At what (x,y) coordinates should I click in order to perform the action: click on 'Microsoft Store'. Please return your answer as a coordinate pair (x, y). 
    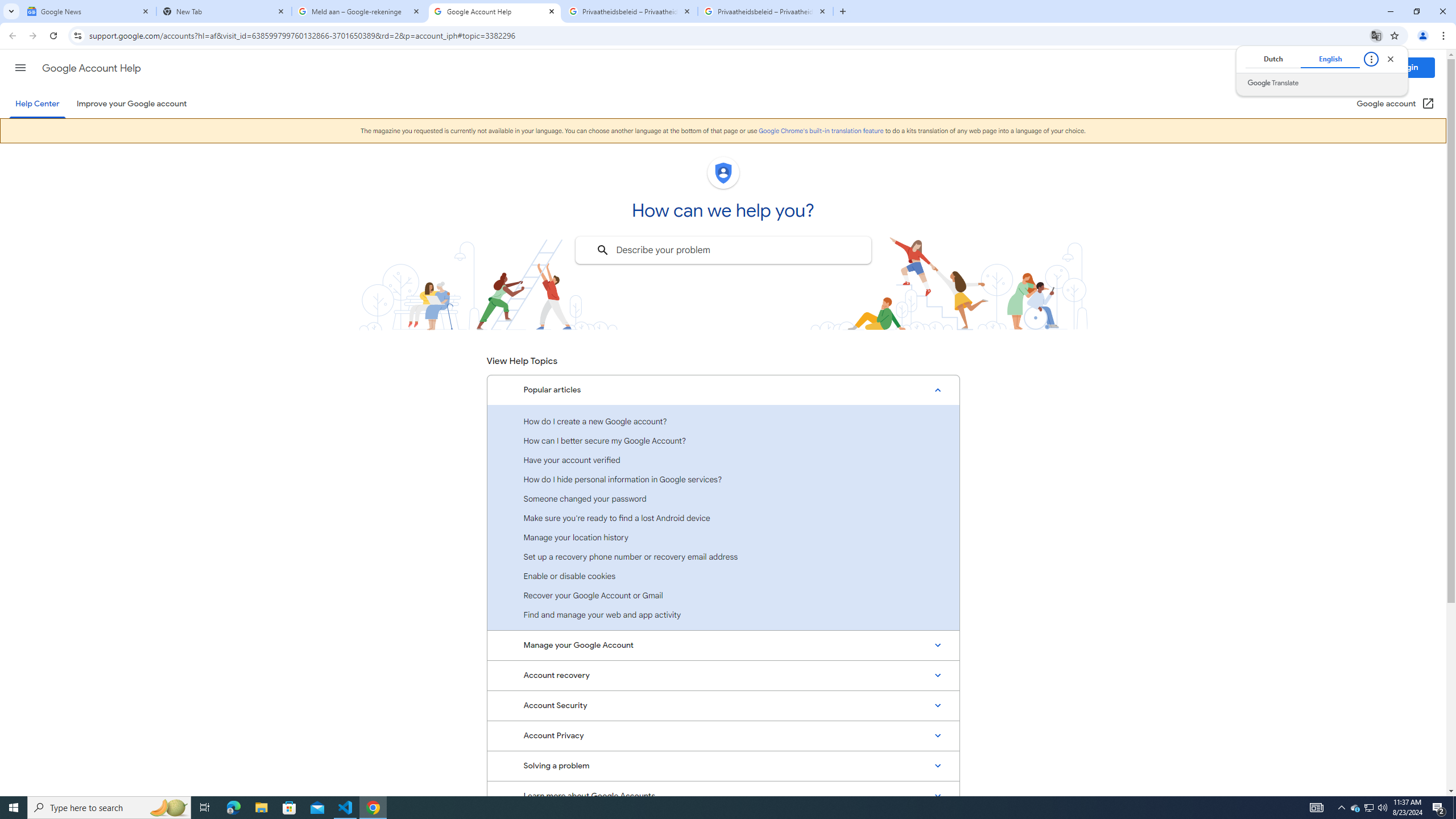
    Looking at the image, I should click on (289, 806).